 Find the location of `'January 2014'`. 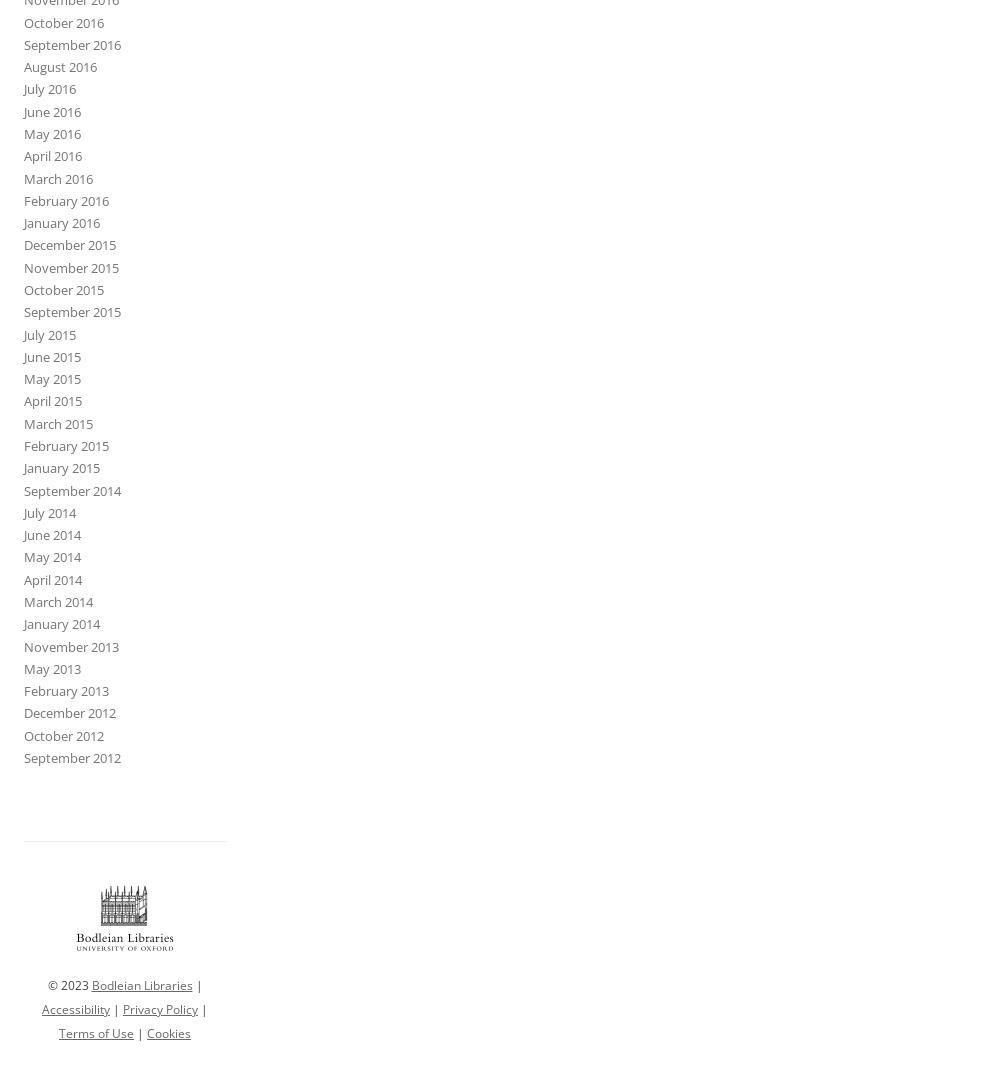

'January 2014' is located at coordinates (61, 623).